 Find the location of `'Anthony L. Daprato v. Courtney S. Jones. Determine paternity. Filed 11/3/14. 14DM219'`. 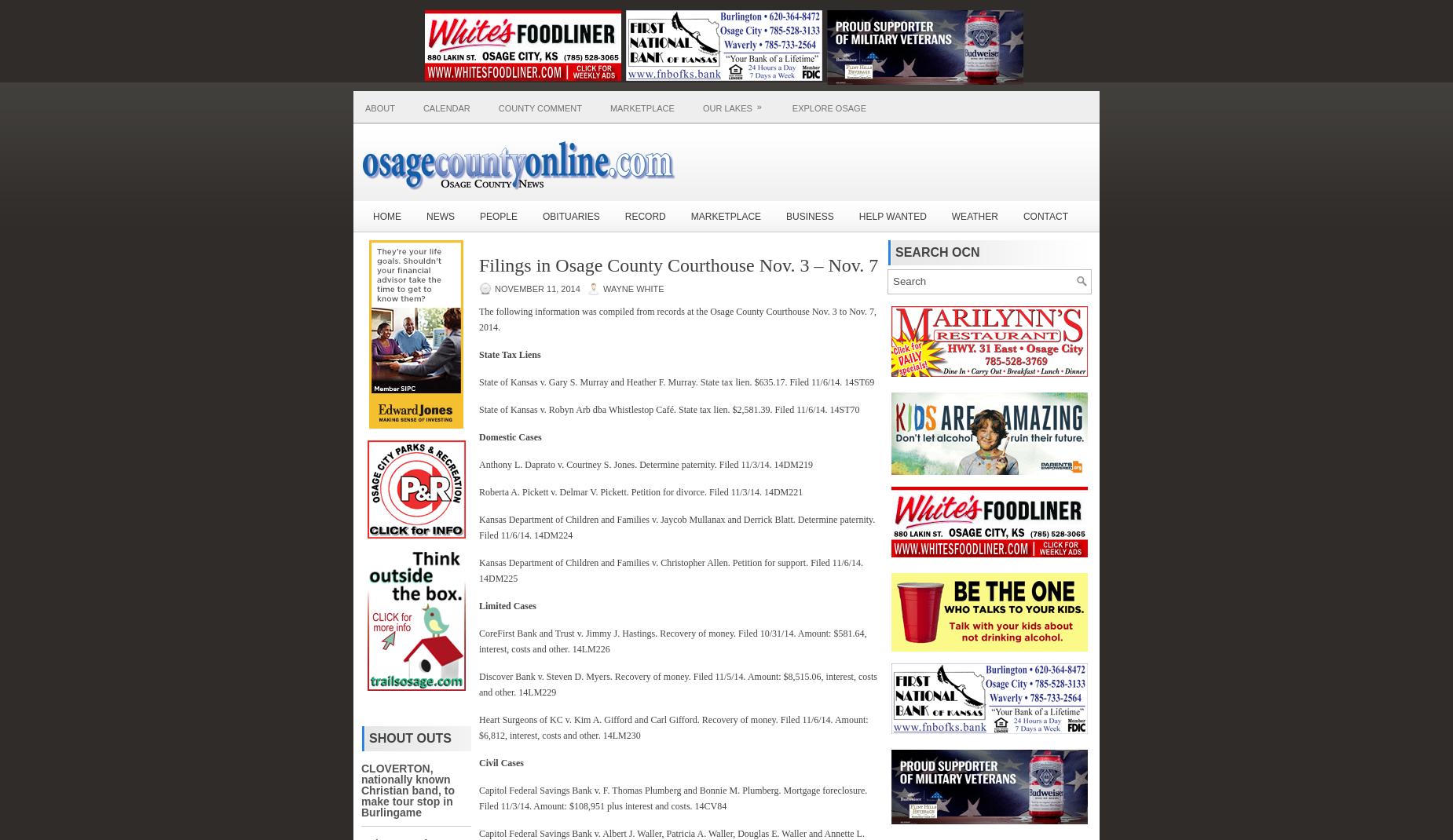

'Anthony L. Daprato v. Courtney S. Jones. Determine paternity. Filed 11/3/14. 14DM219' is located at coordinates (645, 462).